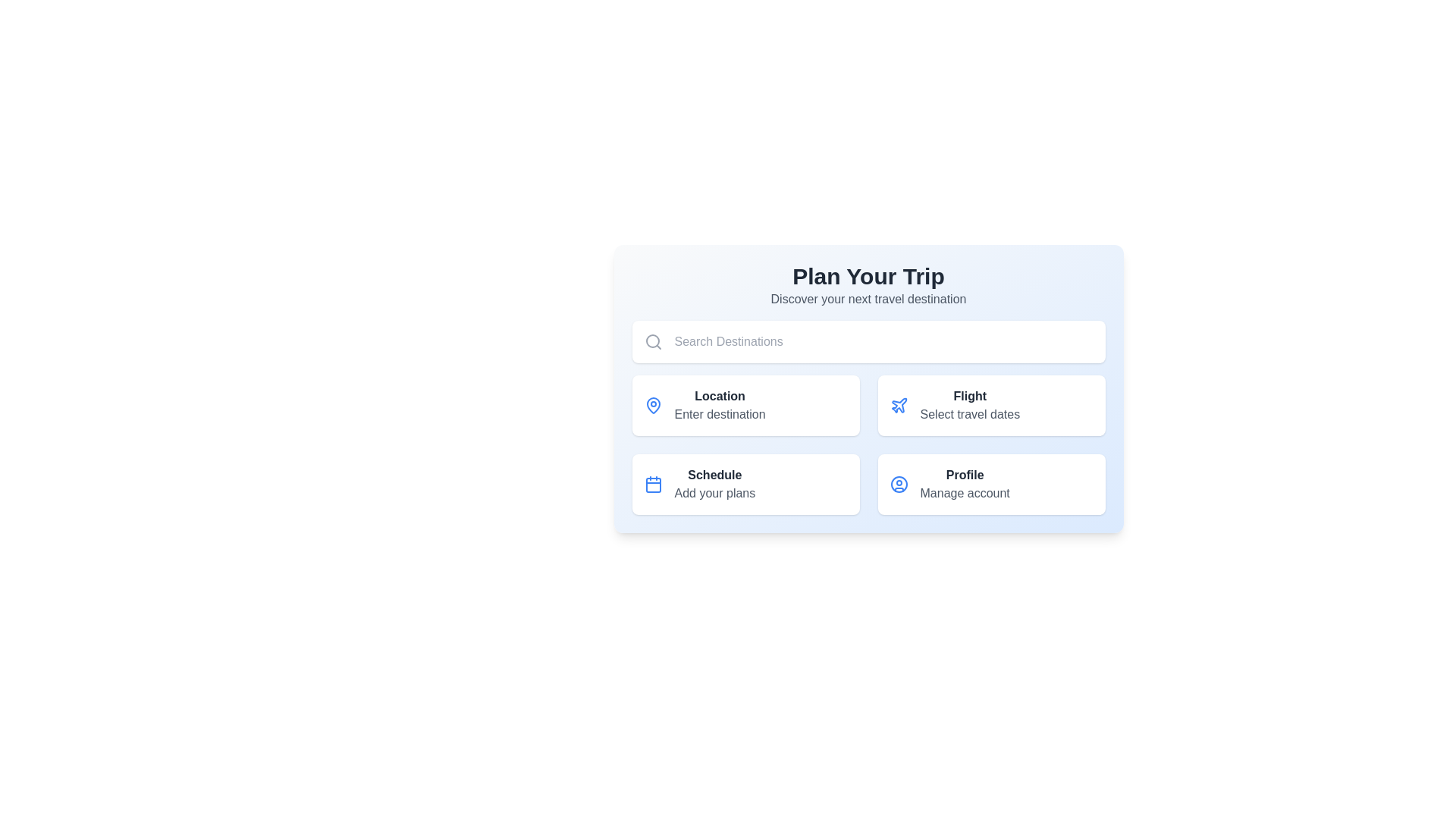 The image size is (1456, 819). I want to click on the text label element that says 'Add your plans', which is styled in gray and located directly below the 'Schedule' text label in the bottom-left card section, so click(714, 494).